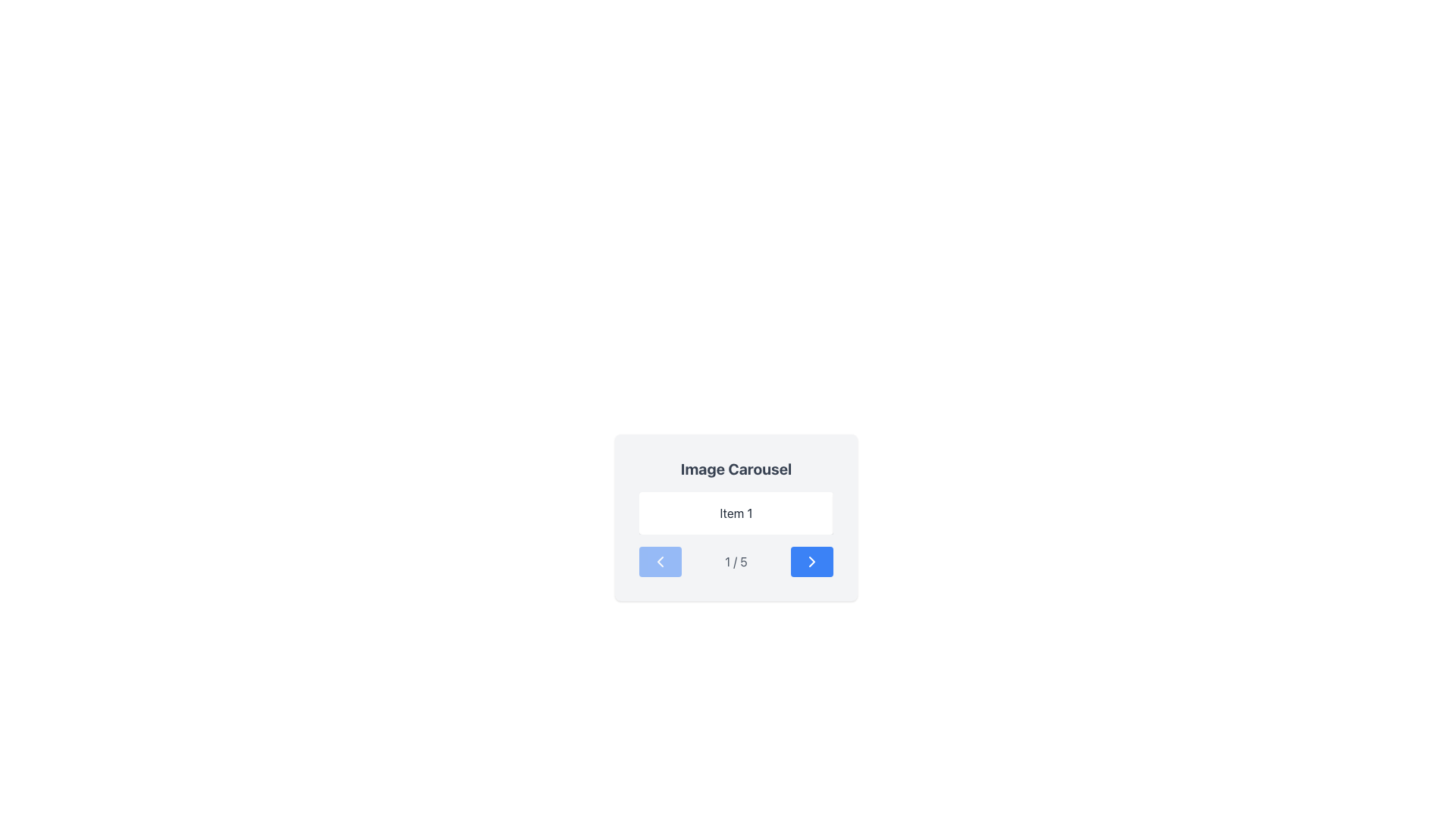  I want to click on the static text label that indicates the current position within the carousel, located at the center of the bottom section between the navigation buttons, so click(736, 561).